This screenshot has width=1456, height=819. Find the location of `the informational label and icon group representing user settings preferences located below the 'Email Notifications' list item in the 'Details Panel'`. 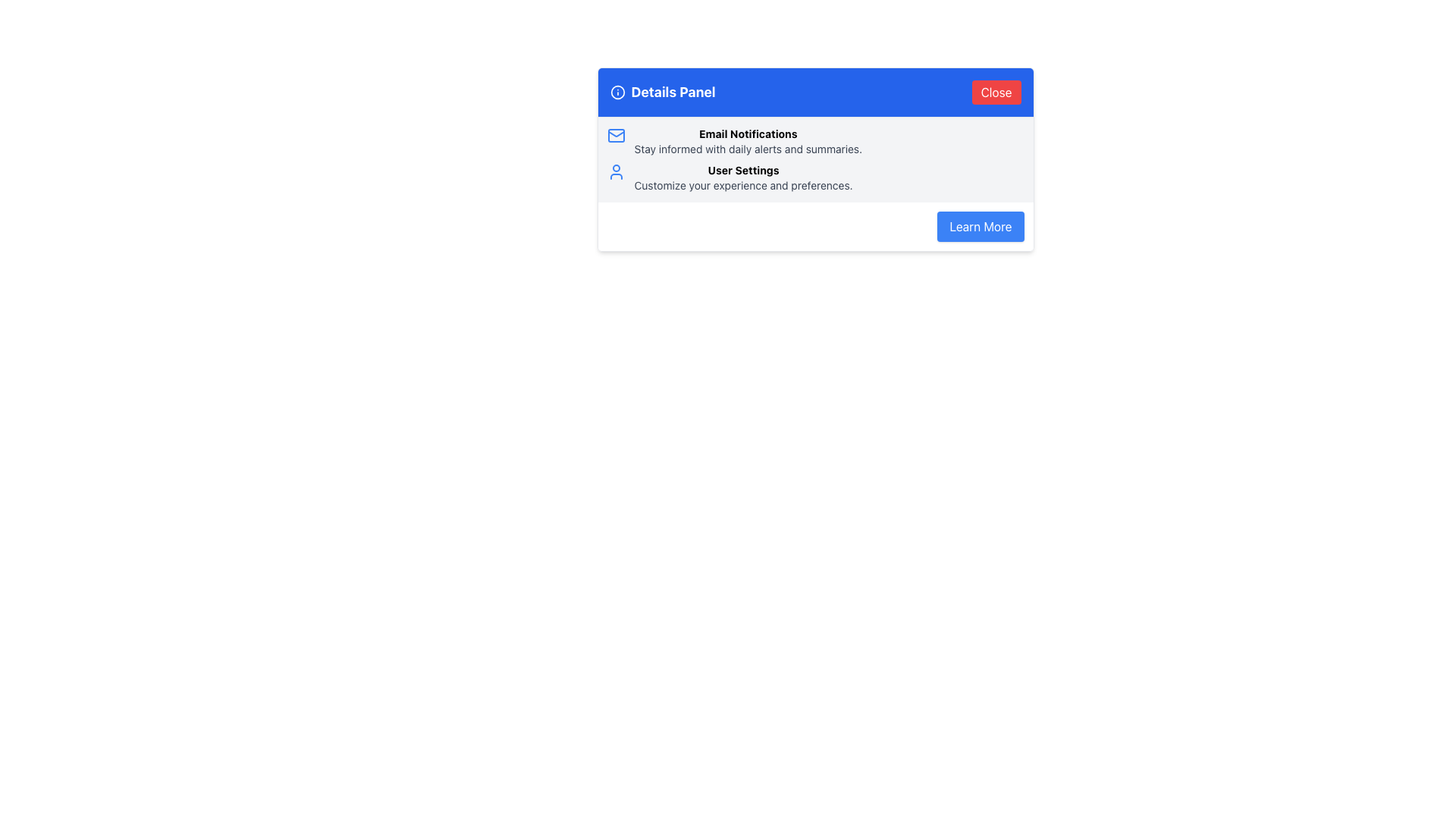

the informational label and icon group representing user settings preferences located below the 'Email Notifications' list item in the 'Details Panel' is located at coordinates (814, 177).